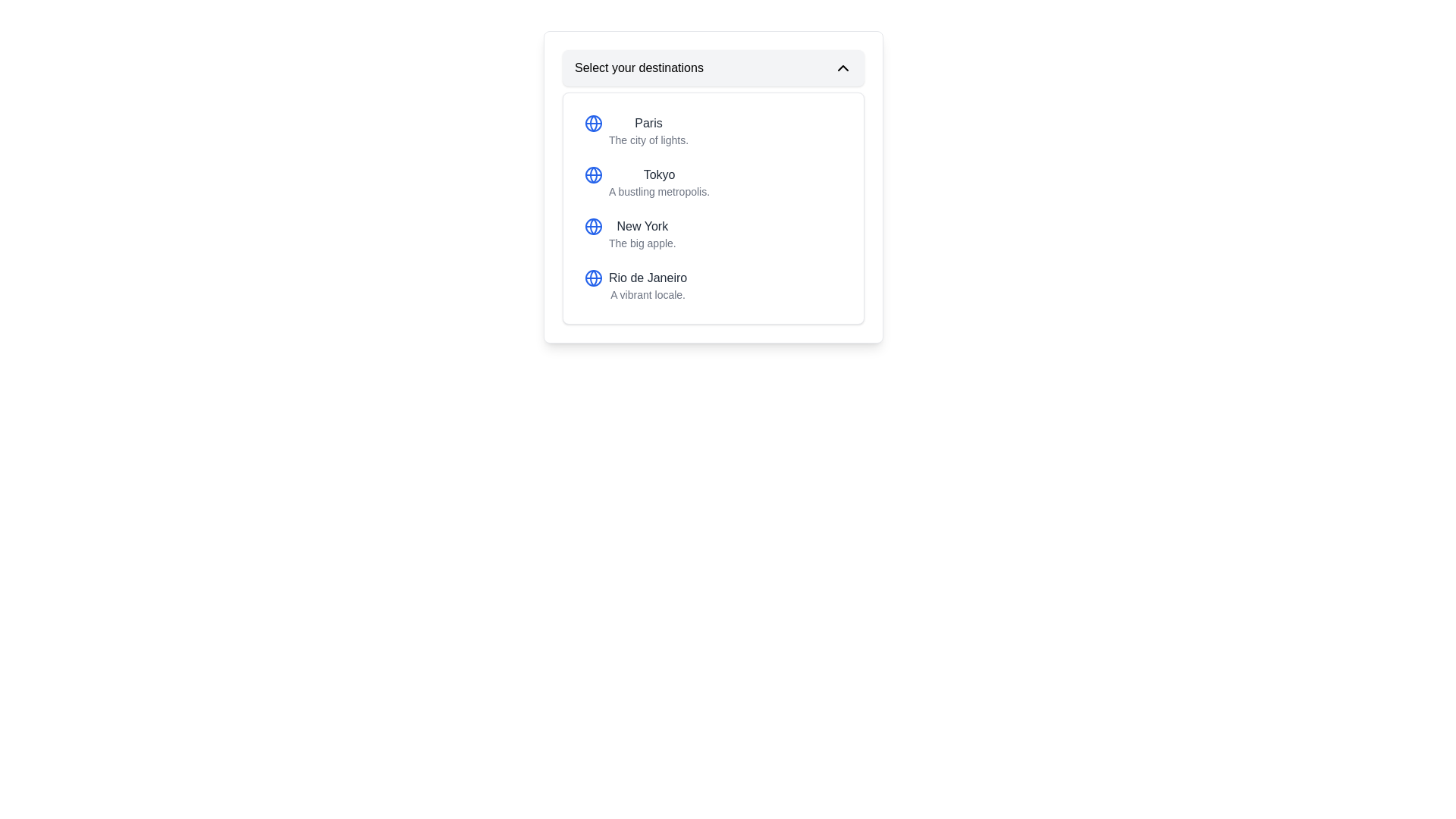  Describe the element at coordinates (642, 242) in the screenshot. I see `the static text label providing additional information about 'New York', positioned directly below the main heading` at that location.